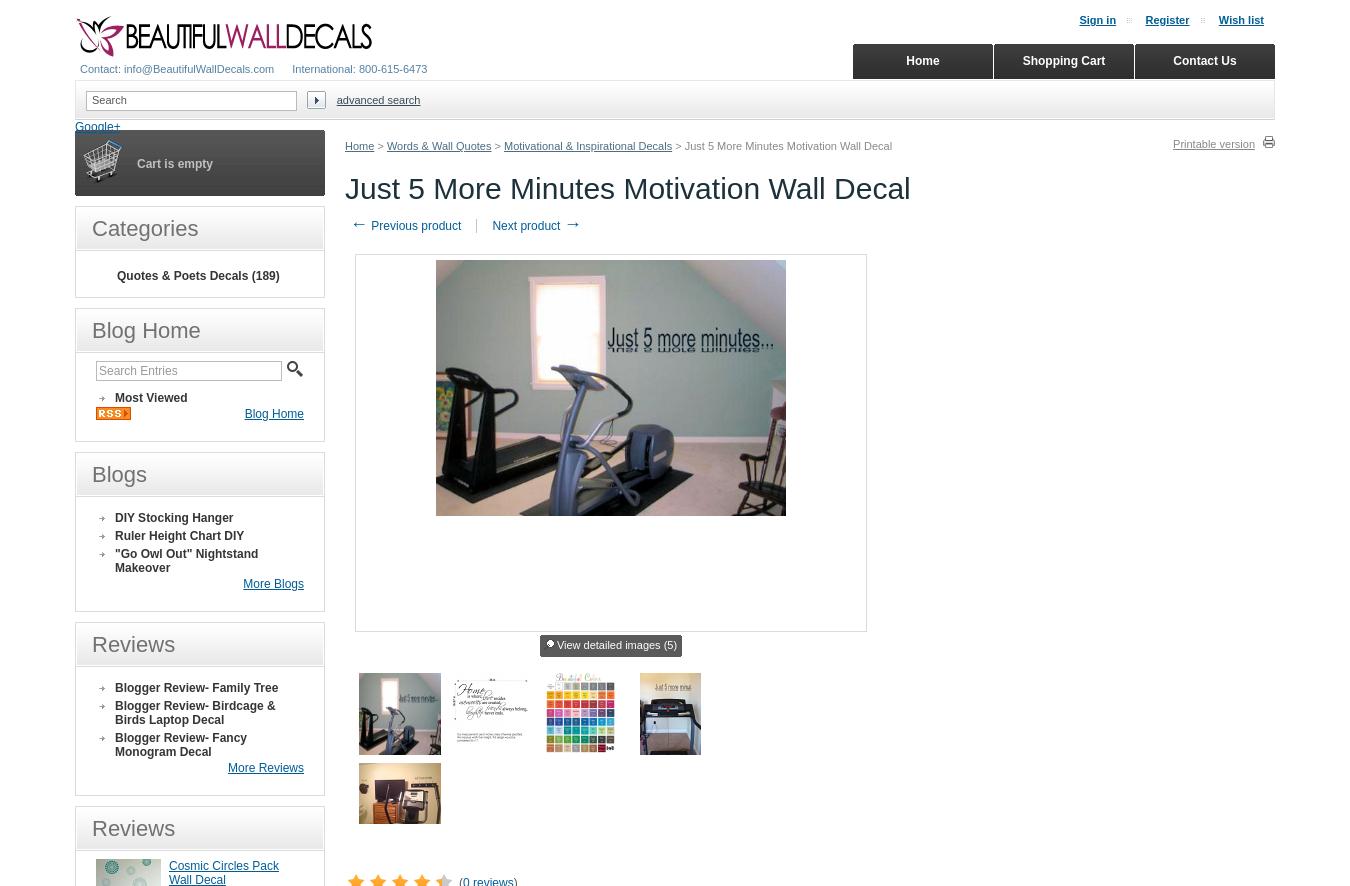 This screenshot has width=1350, height=886. What do you see at coordinates (181, 745) in the screenshot?
I see `'Blogger Review- Fancy Monogram Decal'` at bounding box center [181, 745].